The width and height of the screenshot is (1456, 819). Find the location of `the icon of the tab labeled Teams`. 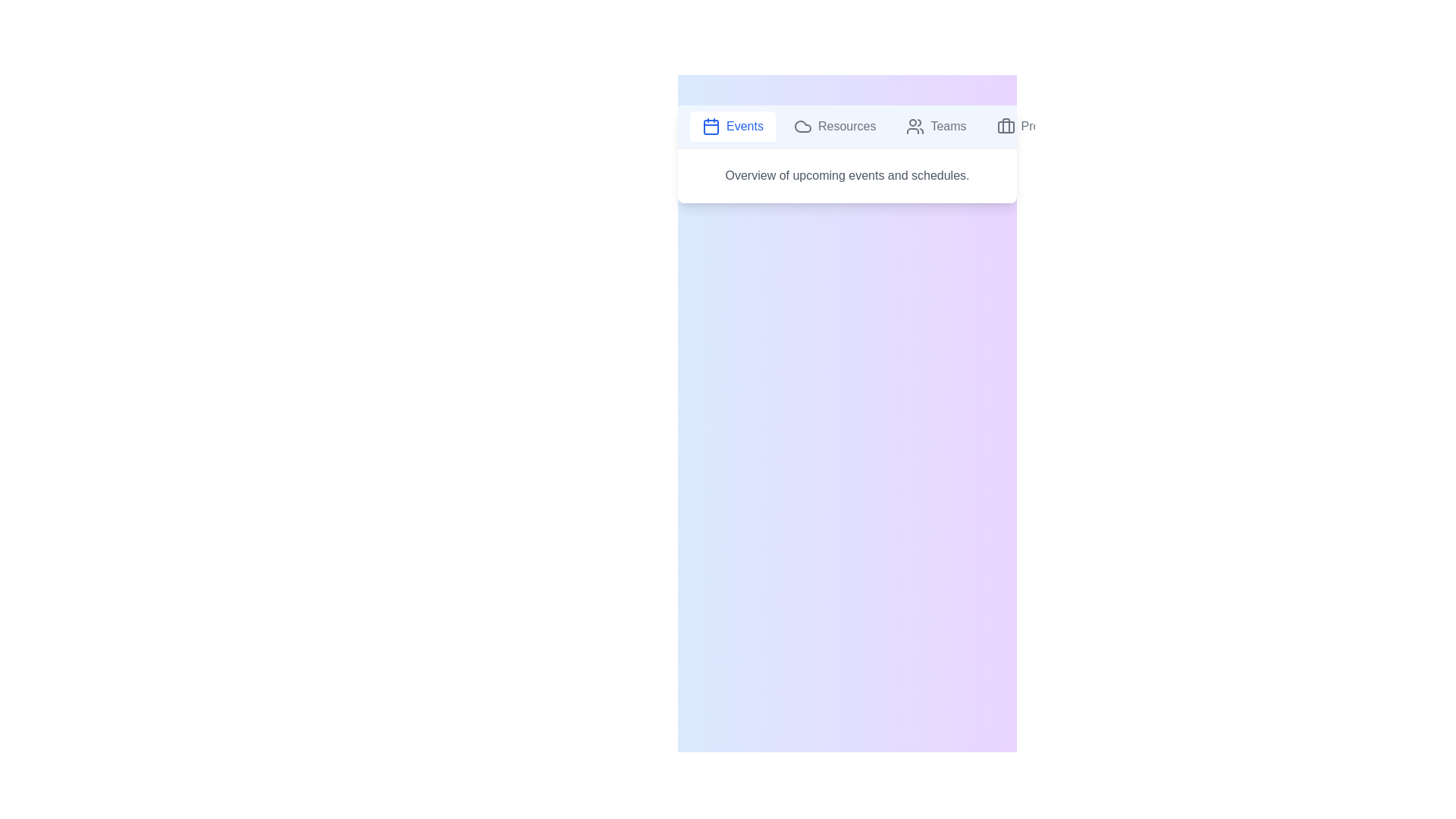

the icon of the tab labeled Teams is located at coordinates (914, 125).